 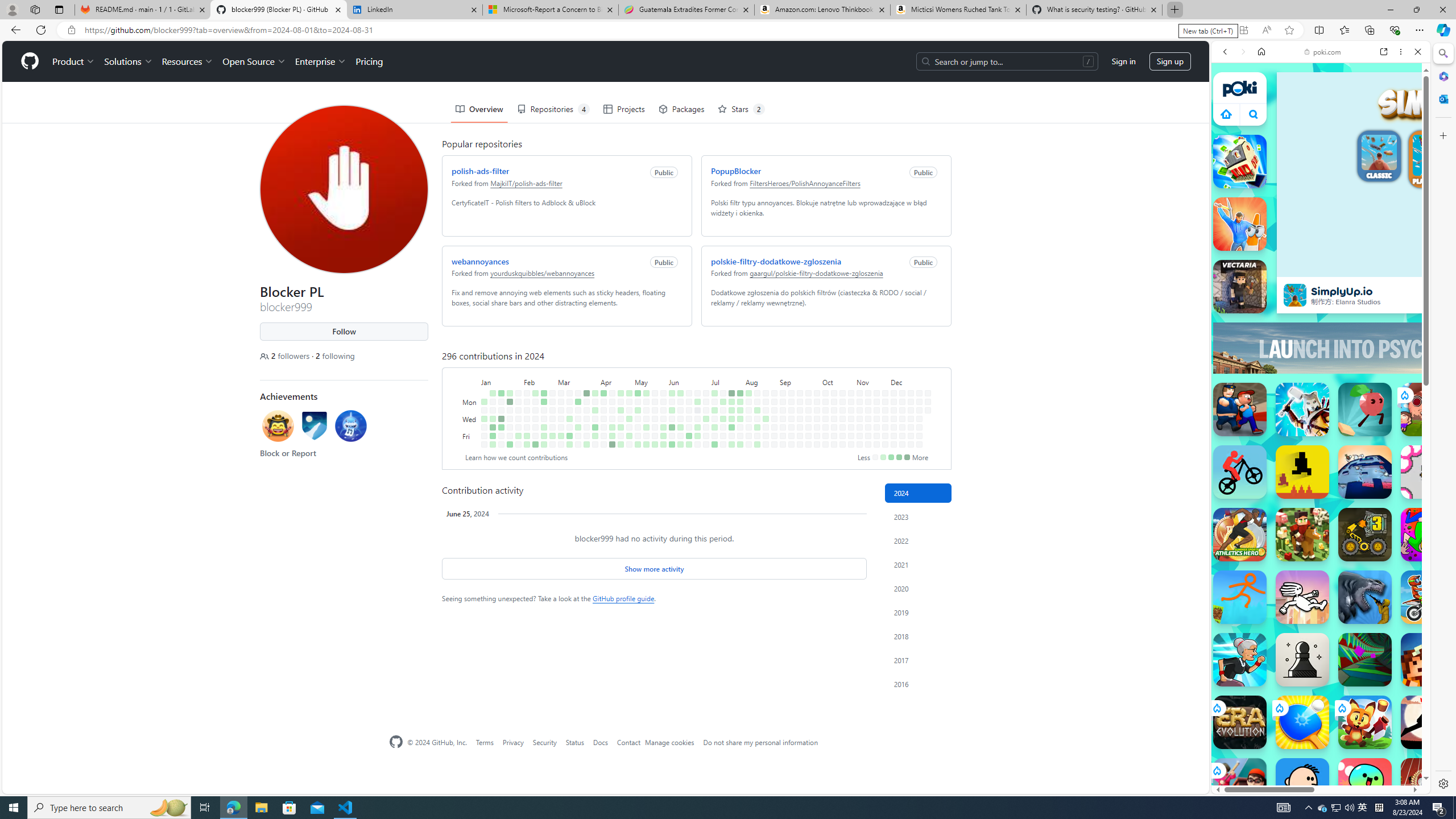 What do you see at coordinates (479, 109) in the screenshot?
I see `'Overview'` at bounding box center [479, 109].